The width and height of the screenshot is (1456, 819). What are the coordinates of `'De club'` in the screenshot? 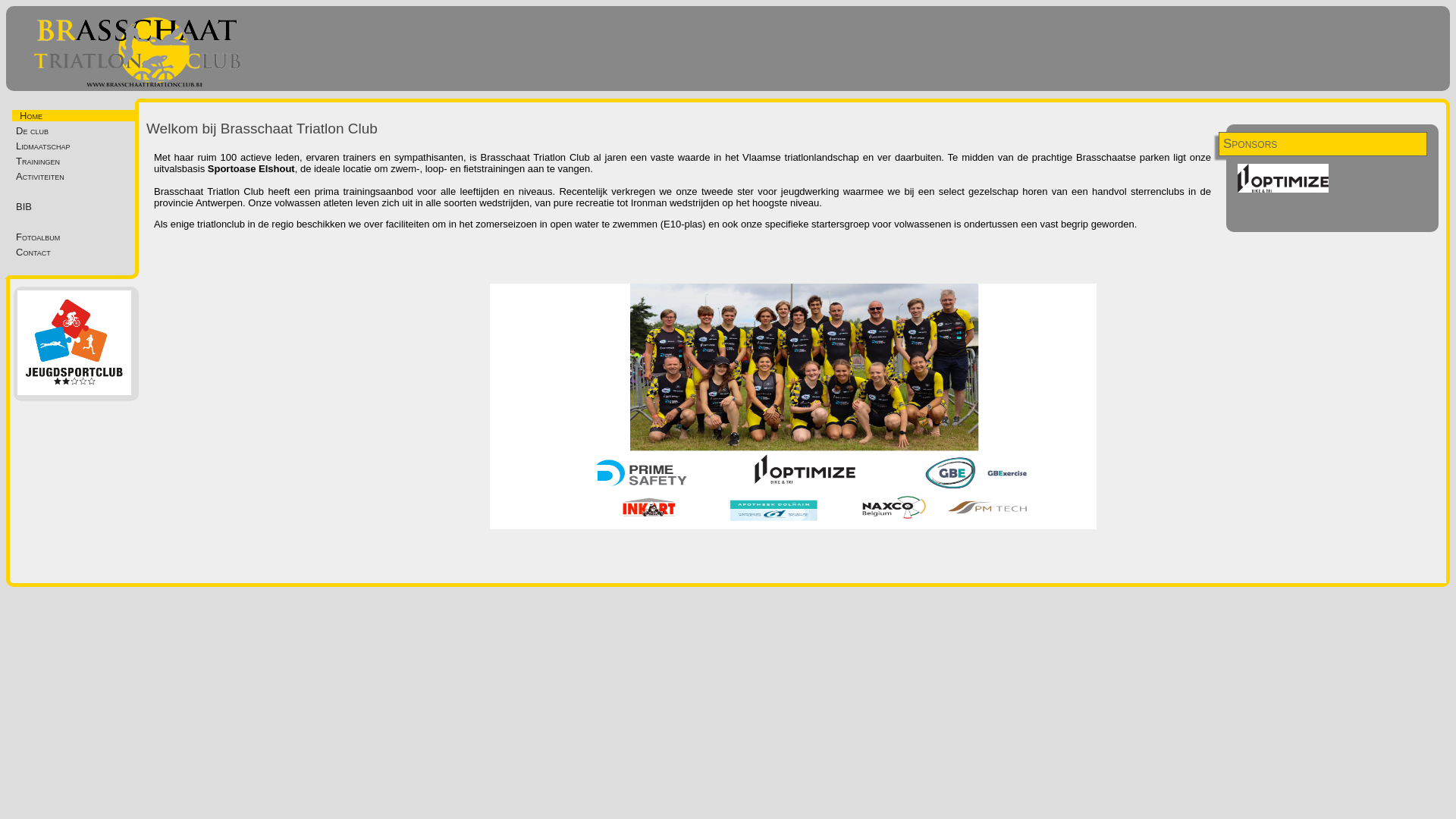 It's located at (77, 130).